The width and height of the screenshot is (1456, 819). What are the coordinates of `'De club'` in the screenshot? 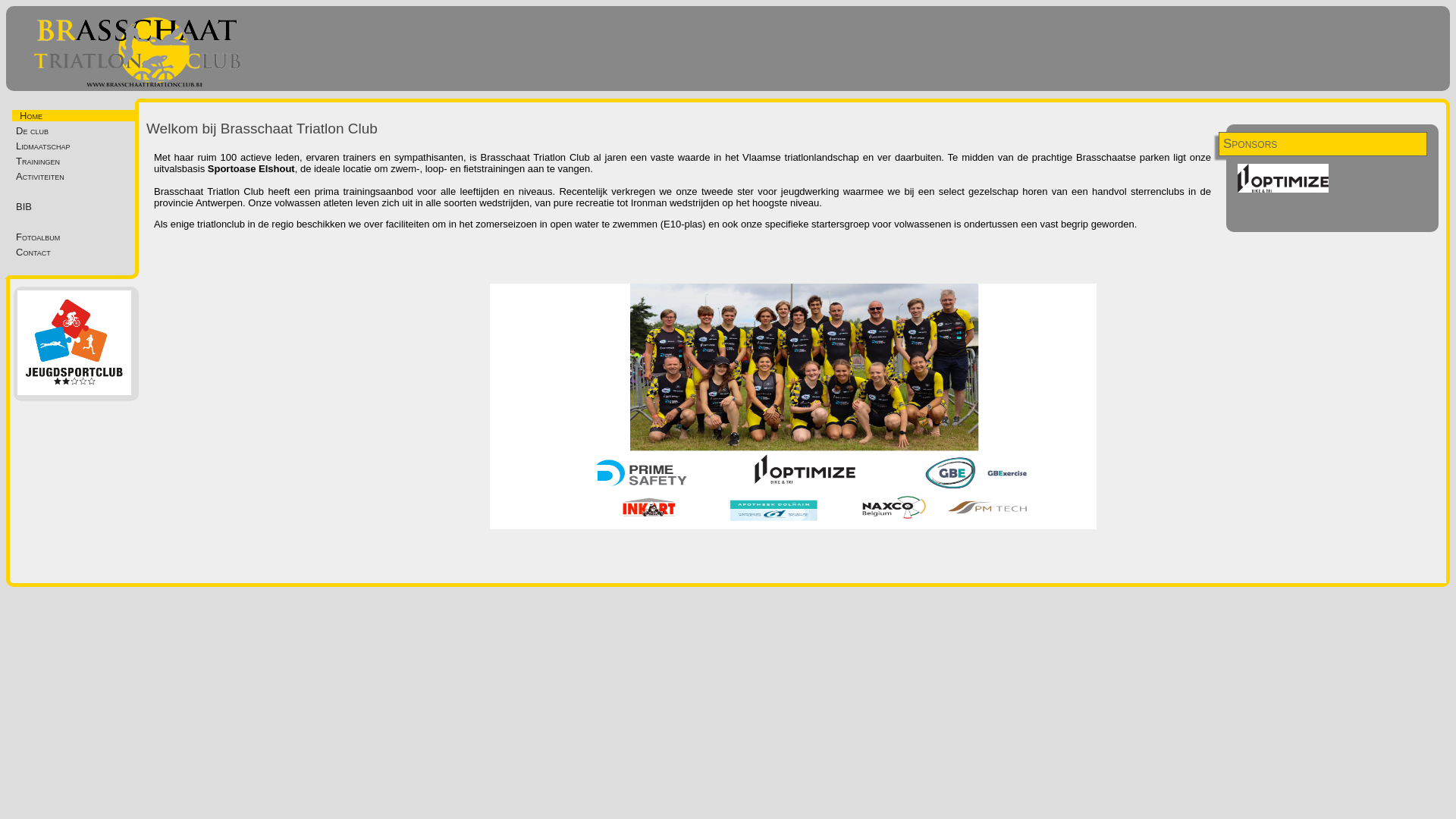 It's located at (77, 130).